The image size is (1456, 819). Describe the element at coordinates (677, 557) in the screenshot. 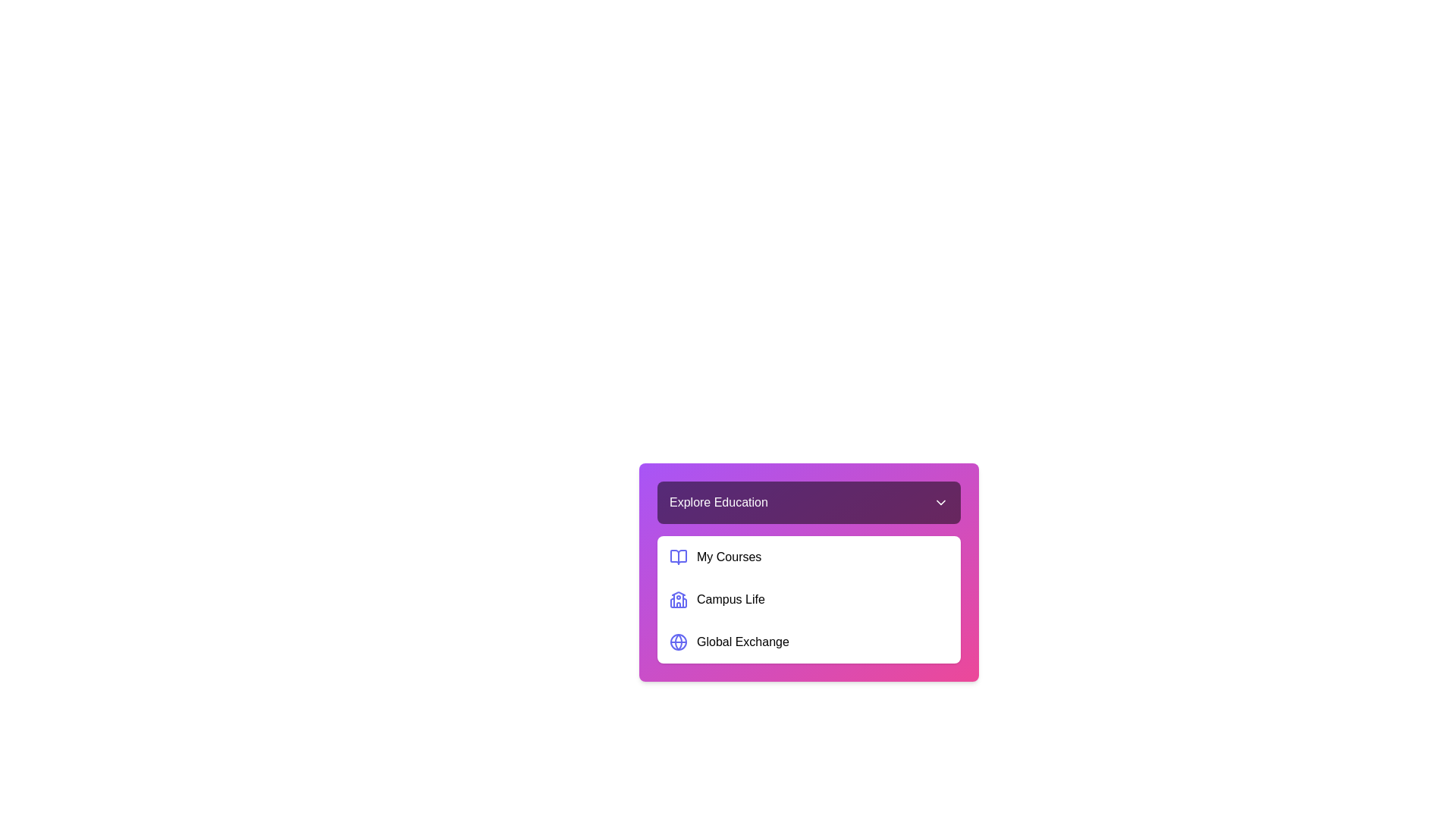

I see `the right-hand page of the open book icon in the 'My Courses' section` at that location.